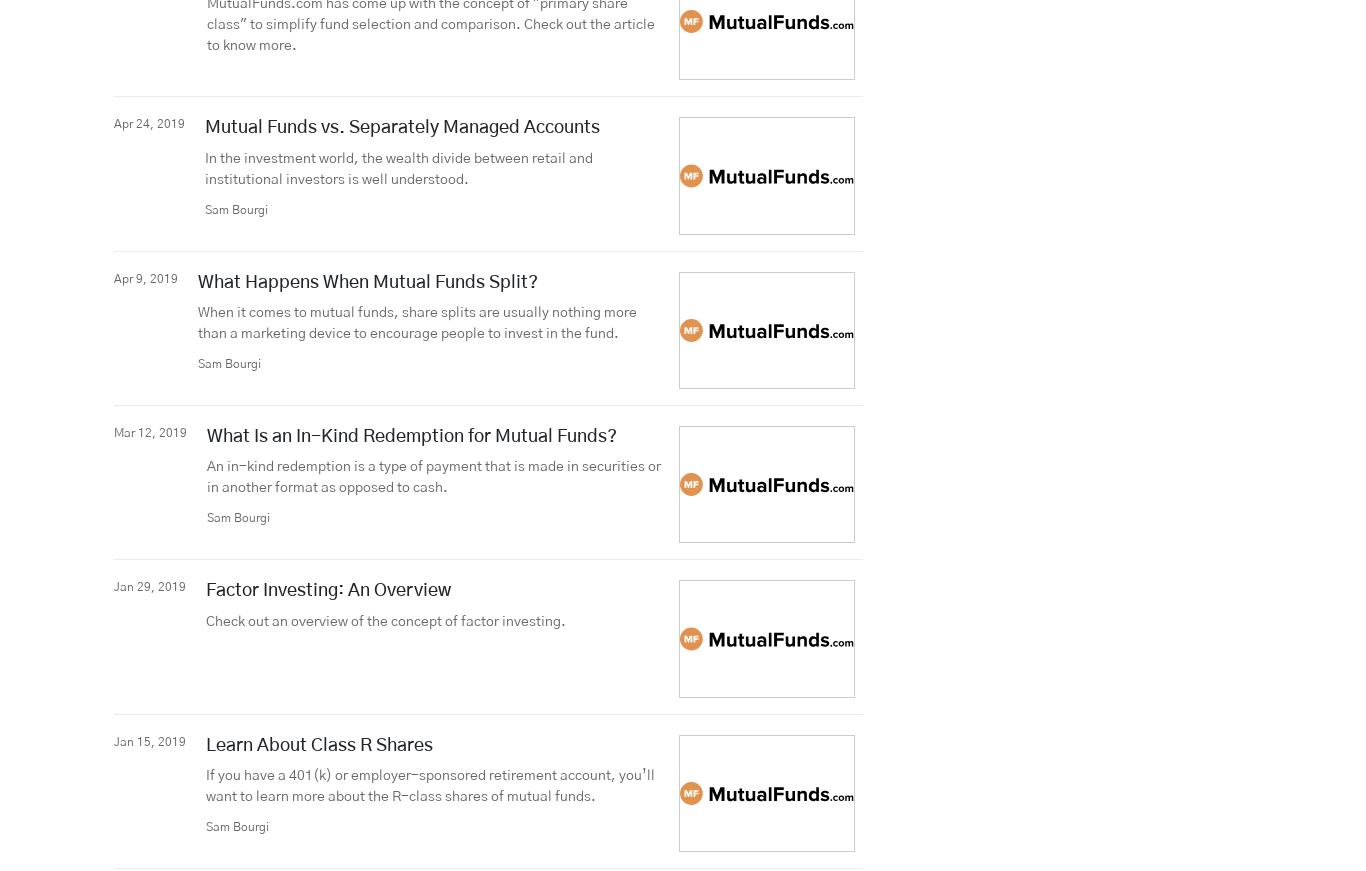 This screenshot has height=871, width=1366. Describe the element at coordinates (398, 168) in the screenshot. I see `'In the investment world, the wealth divide between retail and institutional investors is well understood.'` at that location.